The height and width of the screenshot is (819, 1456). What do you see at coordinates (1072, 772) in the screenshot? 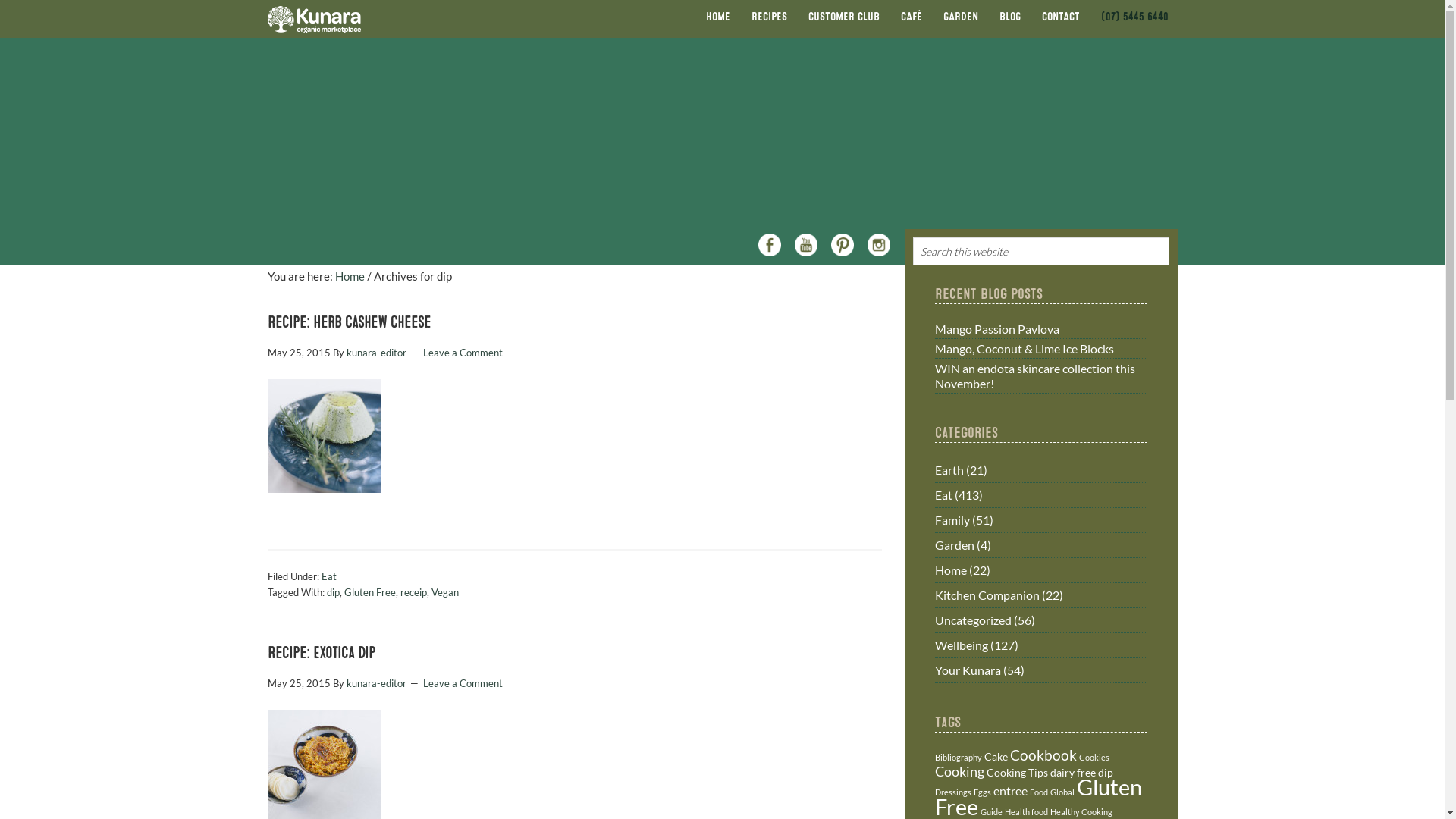
I see `'dairy free'` at bounding box center [1072, 772].